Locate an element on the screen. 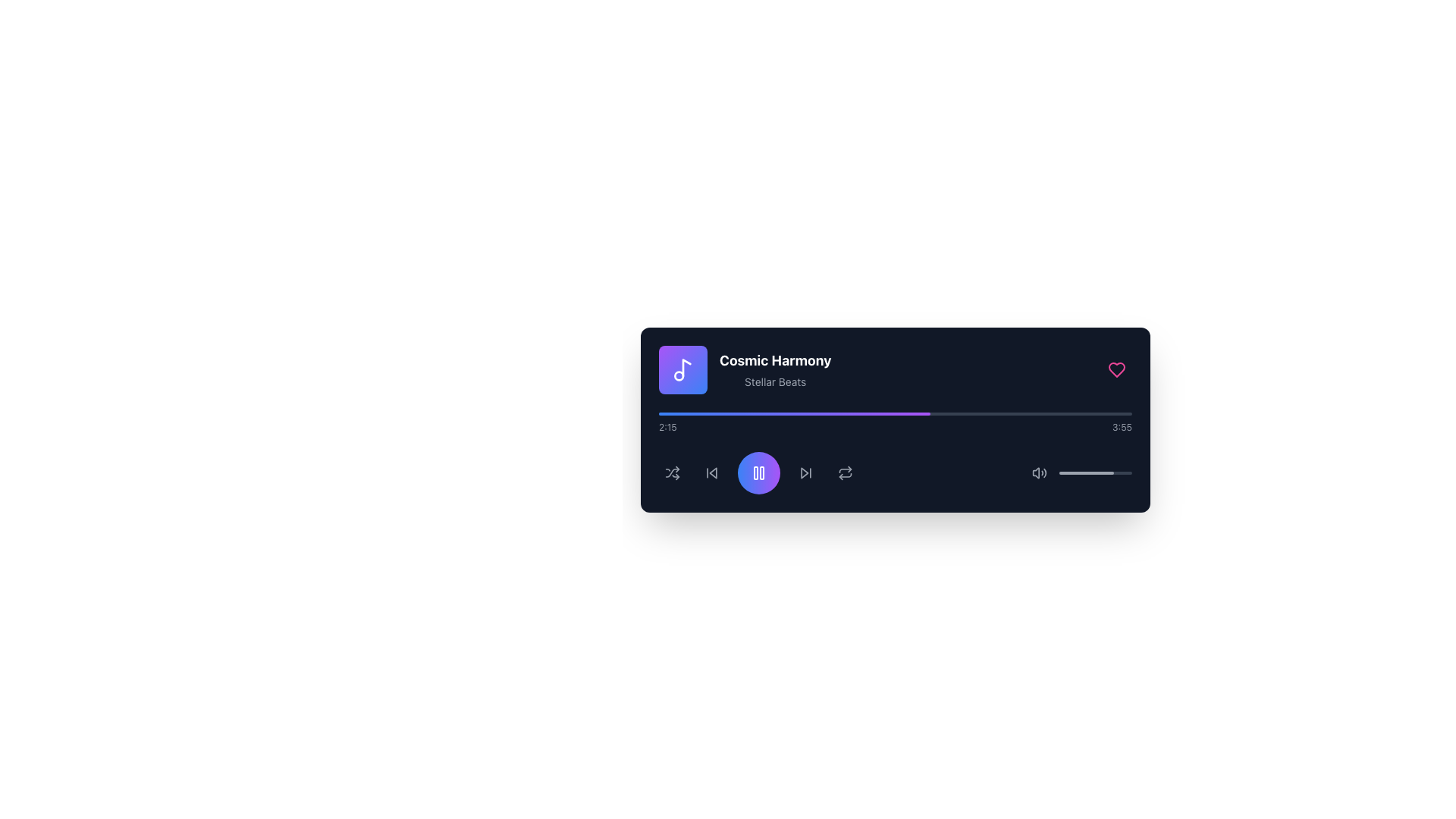 The width and height of the screenshot is (1456, 819). the current playback position is located at coordinates (1077, 414).